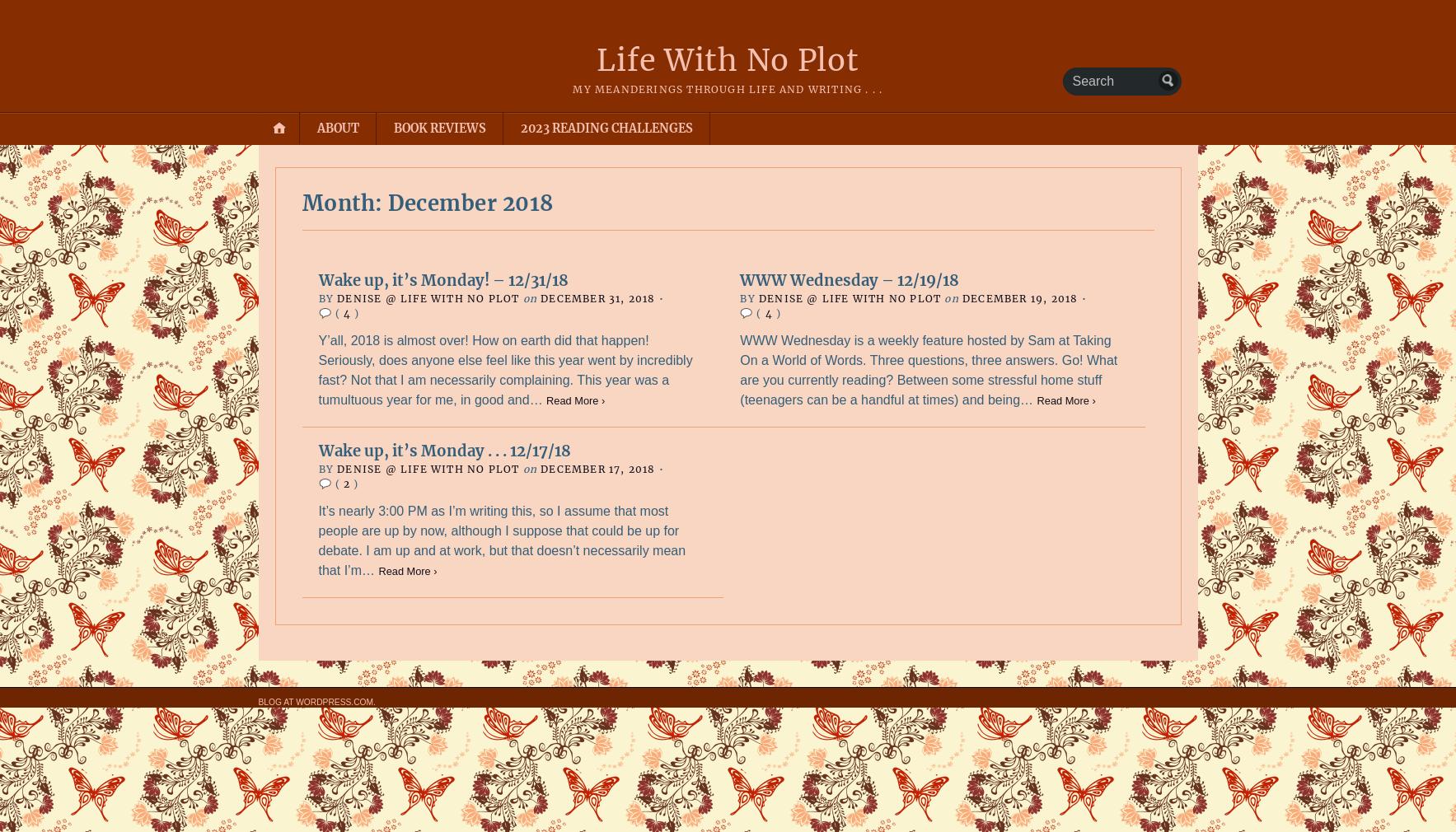  I want to click on 'WWW Wednesday is a weekly feature hosted by Sam at Taking On a World of Words. Three questions, three answers. Go! What are you currently reading? Between some stressful home stuff (teenagers can be a handful at times) and being…', so click(928, 369).